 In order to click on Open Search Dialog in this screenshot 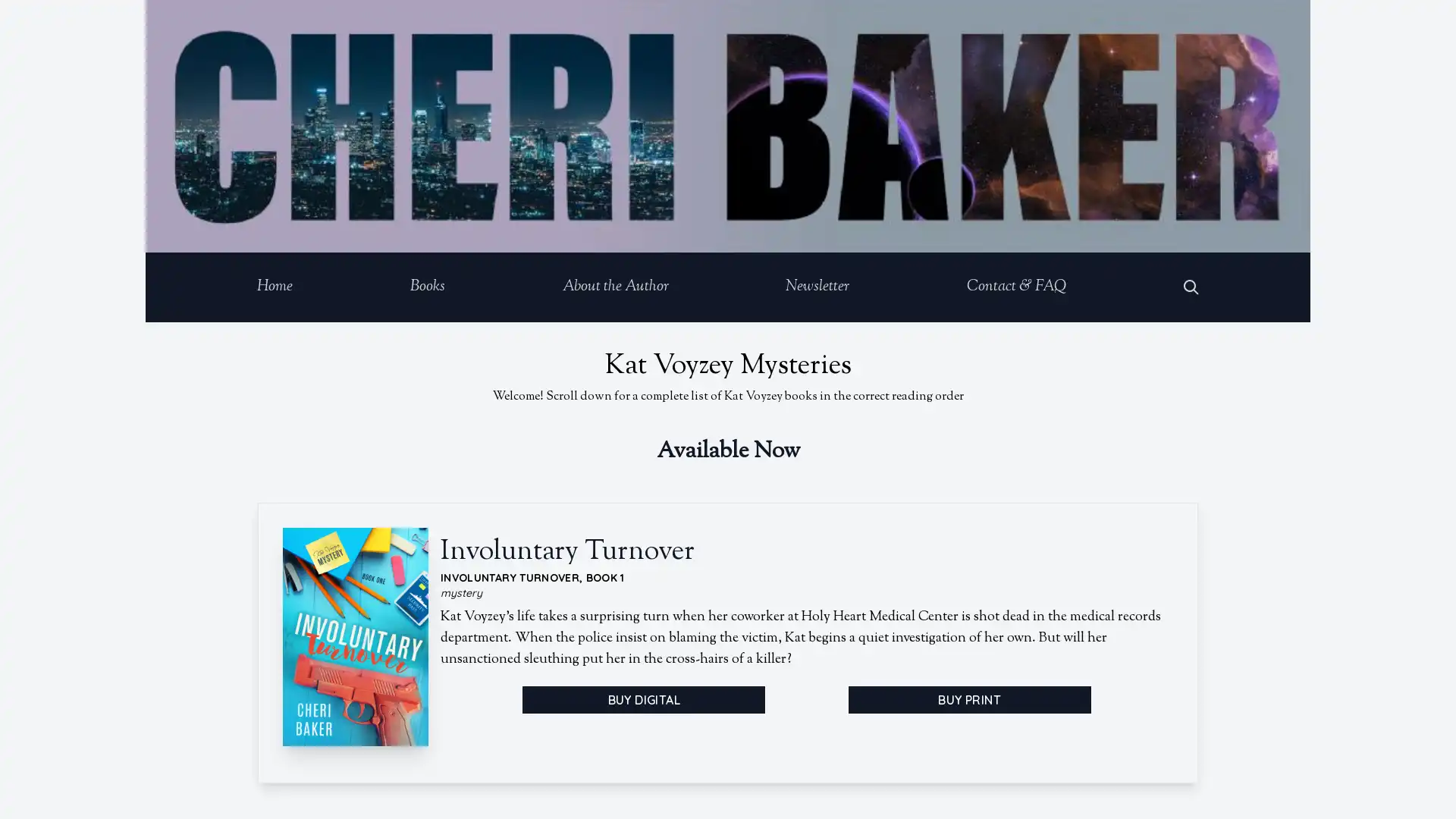, I will do `click(1190, 287)`.